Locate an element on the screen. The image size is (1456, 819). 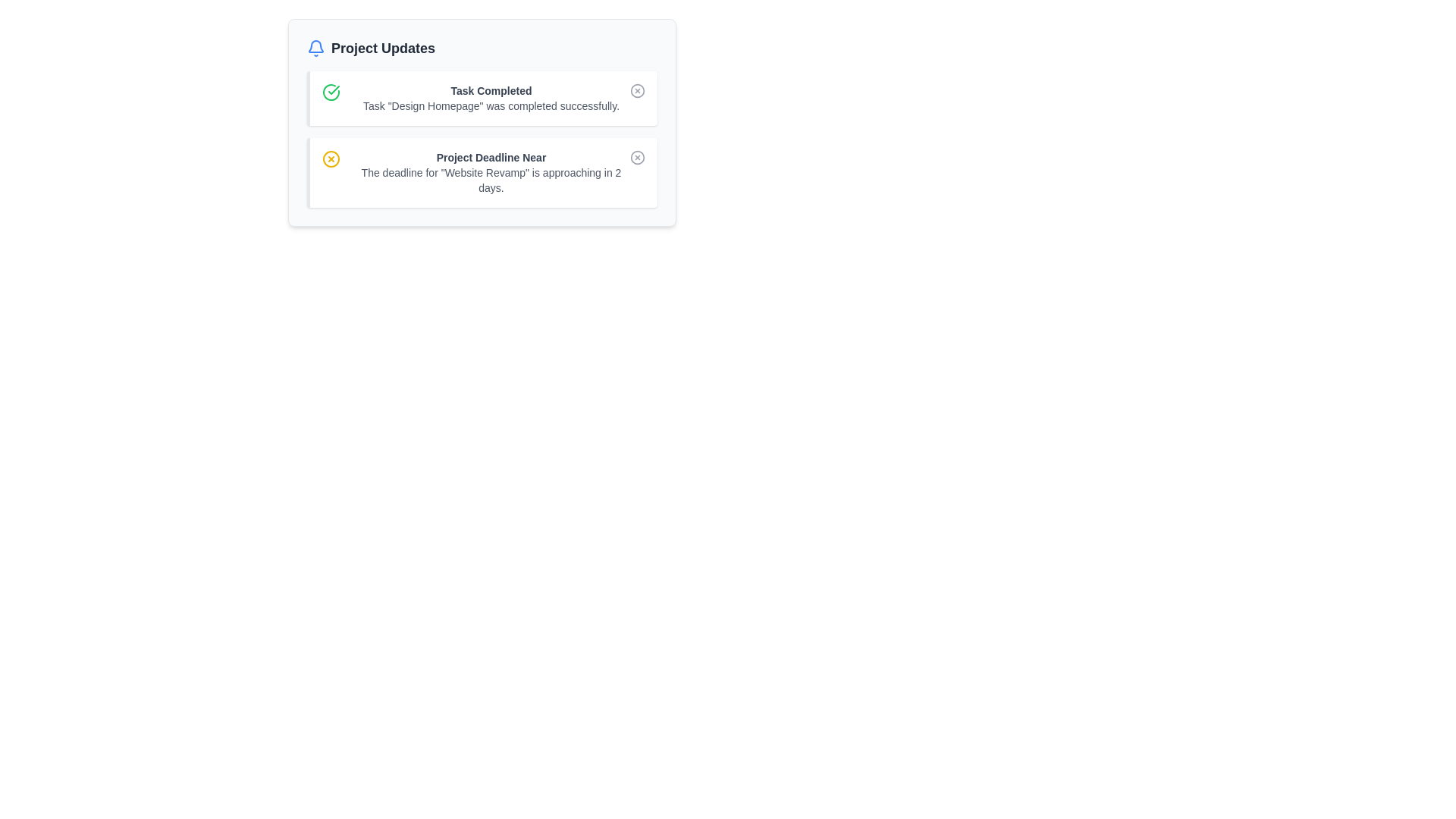
the circular element within the SVG that indicates a negative or warning state, located at the right side of the second item in the notification list is located at coordinates (637, 158).